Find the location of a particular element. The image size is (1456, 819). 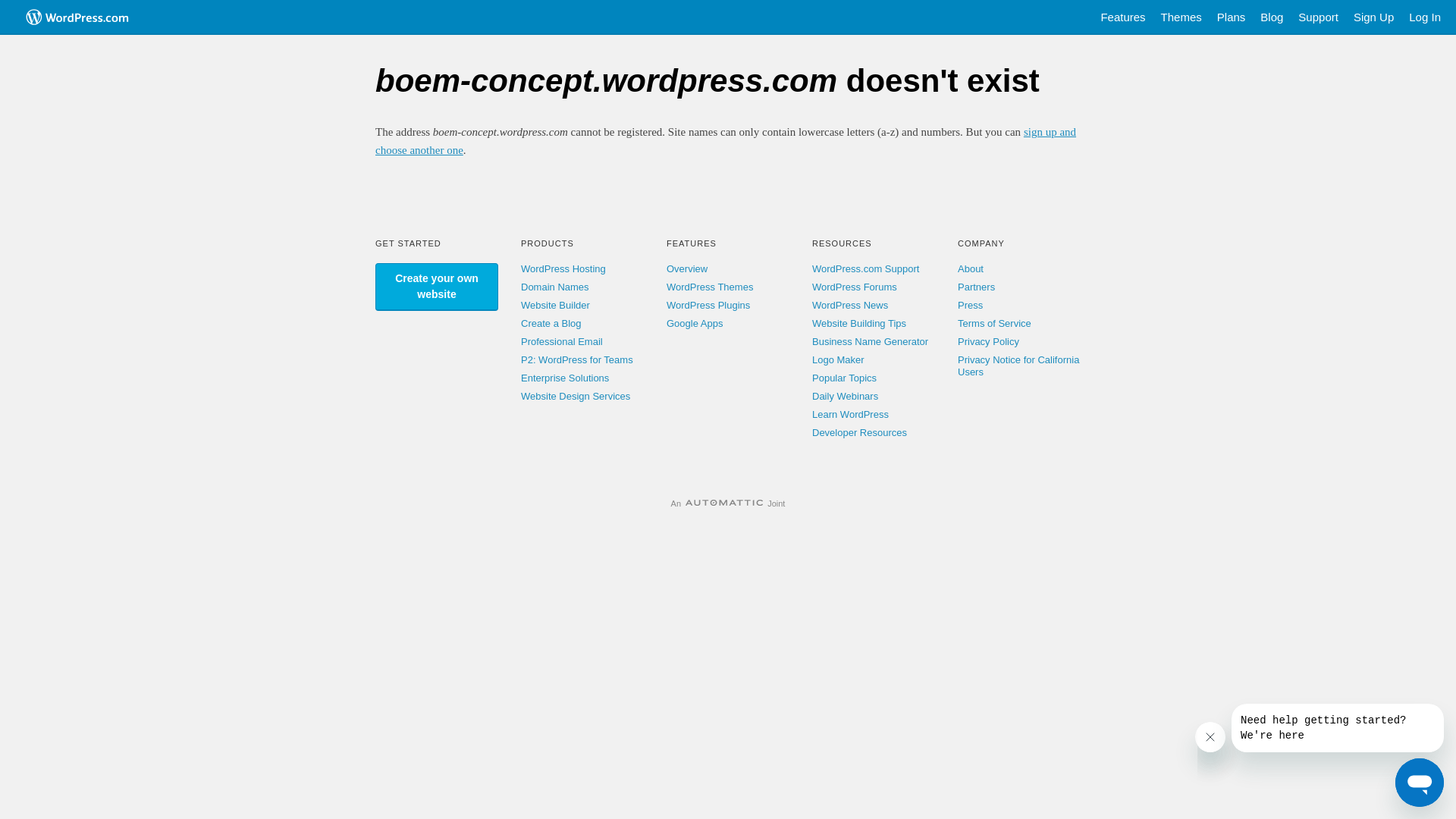

'Developer Resources' is located at coordinates (859, 432).